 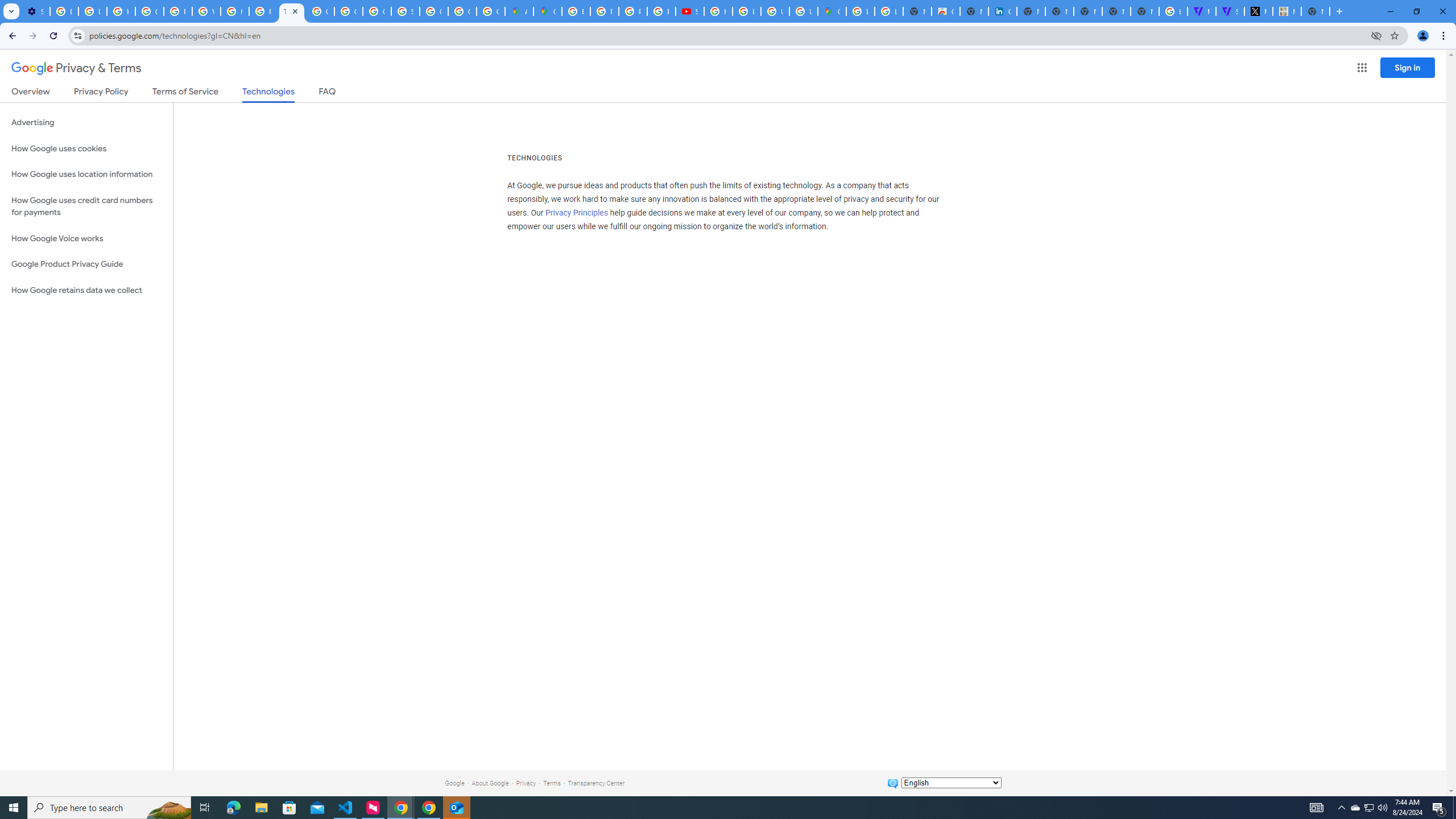 I want to click on 'Privacy Principles', so click(x=577, y=213).